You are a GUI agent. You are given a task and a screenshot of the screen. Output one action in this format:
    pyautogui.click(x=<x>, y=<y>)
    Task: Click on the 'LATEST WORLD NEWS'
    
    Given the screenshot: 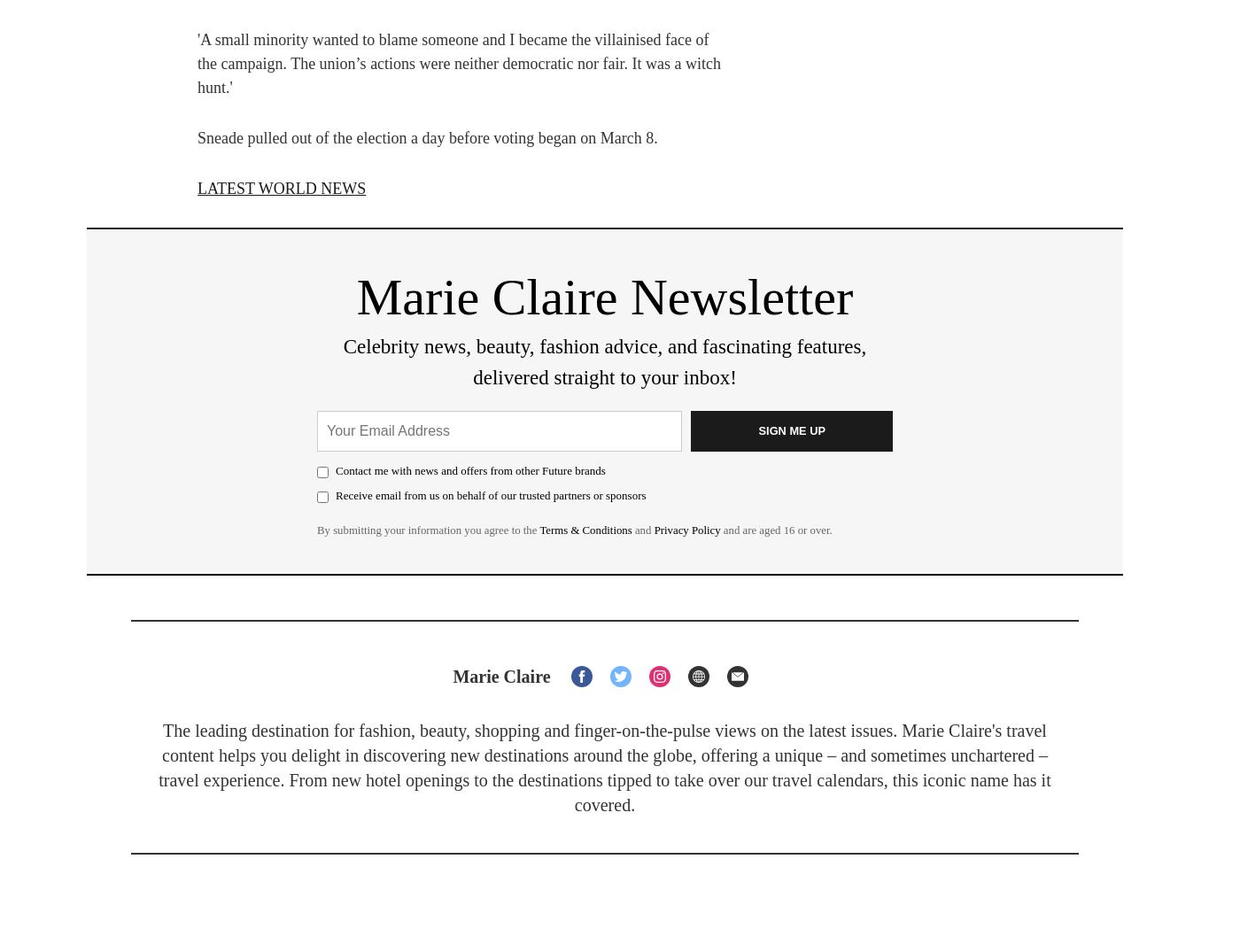 What is the action you would take?
    pyautogui.click(x=198, y=187)
    